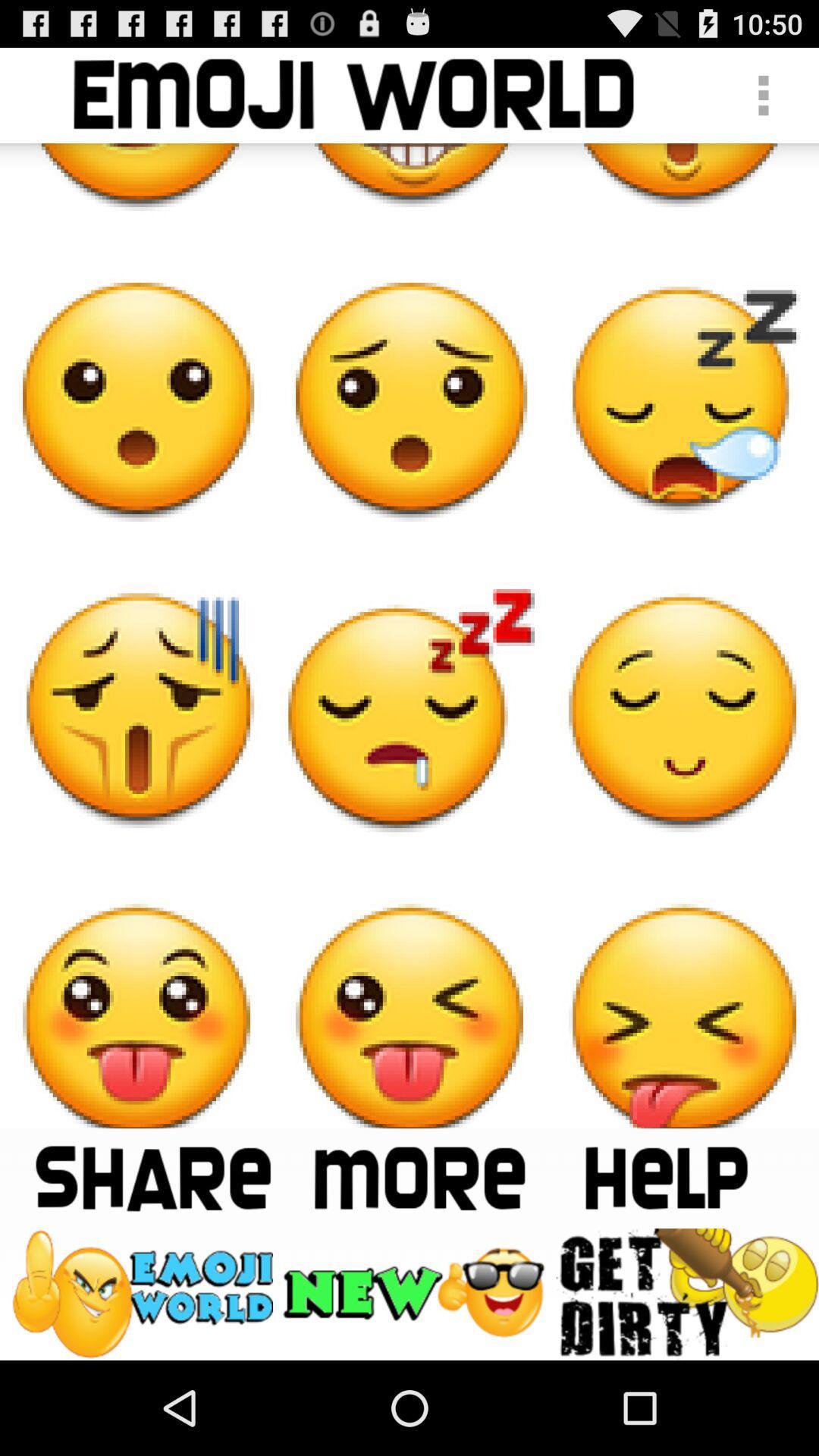  Describe the element at coordinates (419, 1177) in the screenshot. I see `see more` at that location.